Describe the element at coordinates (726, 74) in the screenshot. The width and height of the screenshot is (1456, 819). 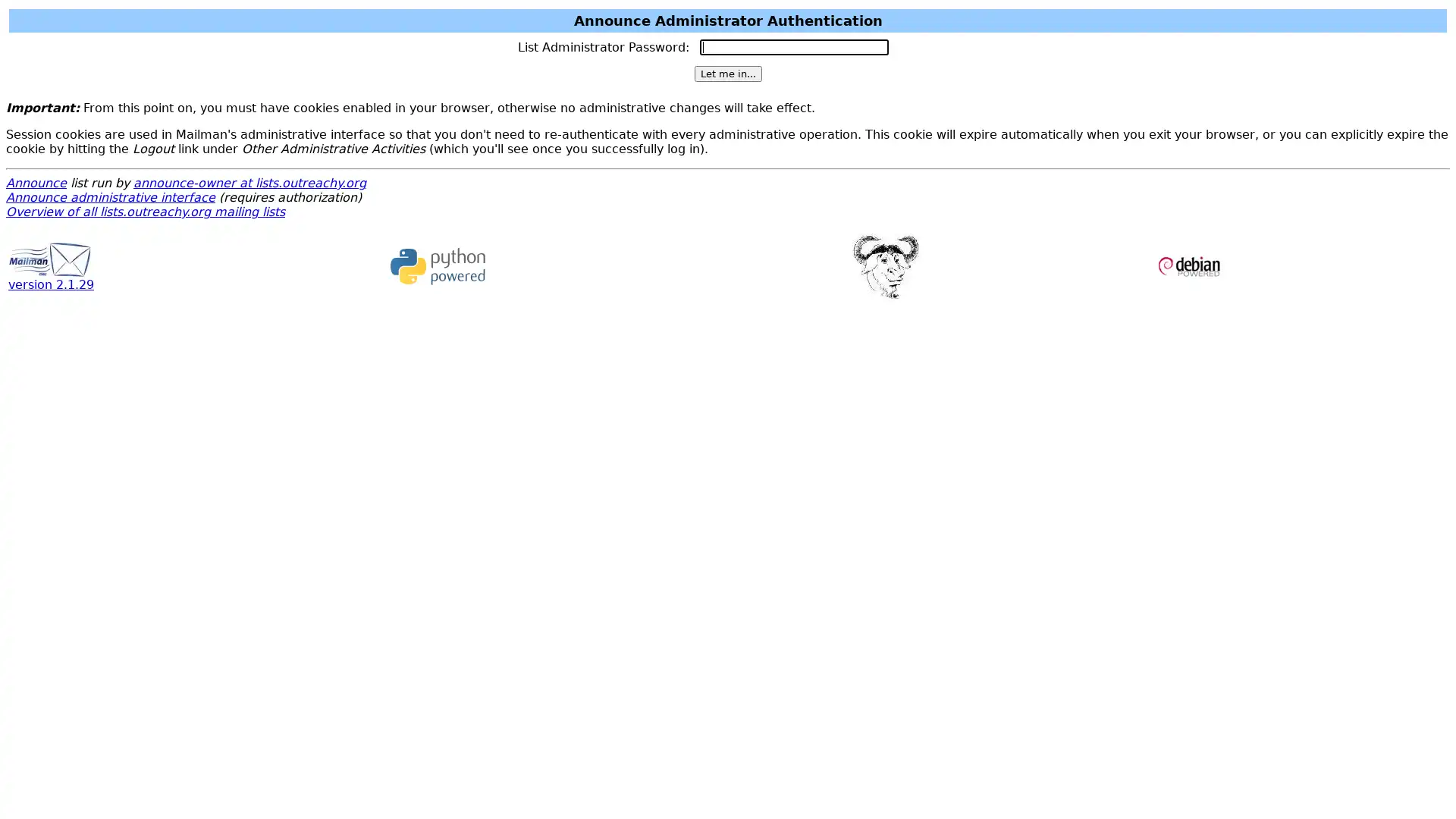
I see `Let me in...` at that location.